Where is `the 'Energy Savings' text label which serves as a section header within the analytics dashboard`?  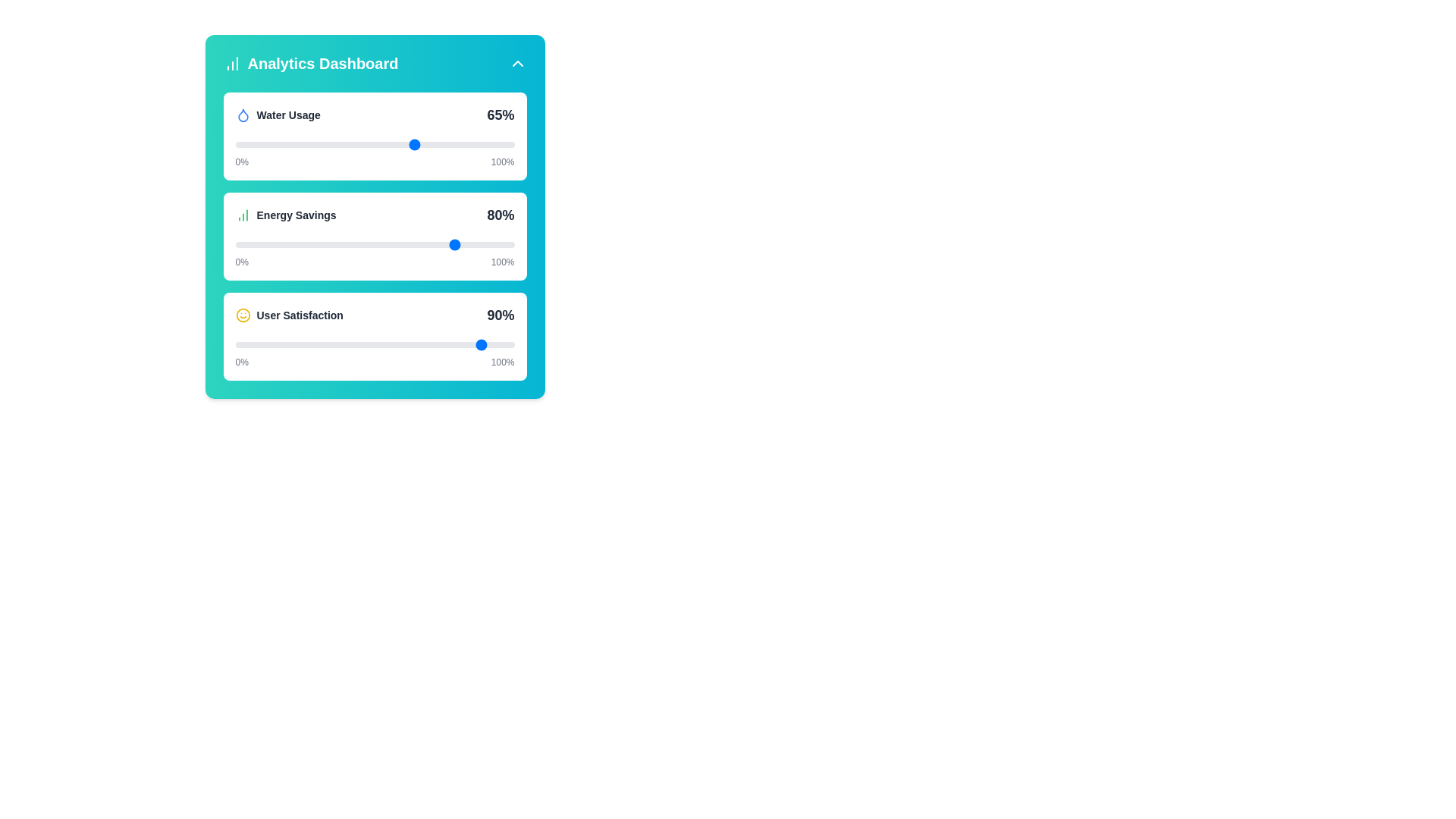
the 'Energy Savings' text label which serves as a section header within the analytics dashboard is located at coordinates (297, 215).